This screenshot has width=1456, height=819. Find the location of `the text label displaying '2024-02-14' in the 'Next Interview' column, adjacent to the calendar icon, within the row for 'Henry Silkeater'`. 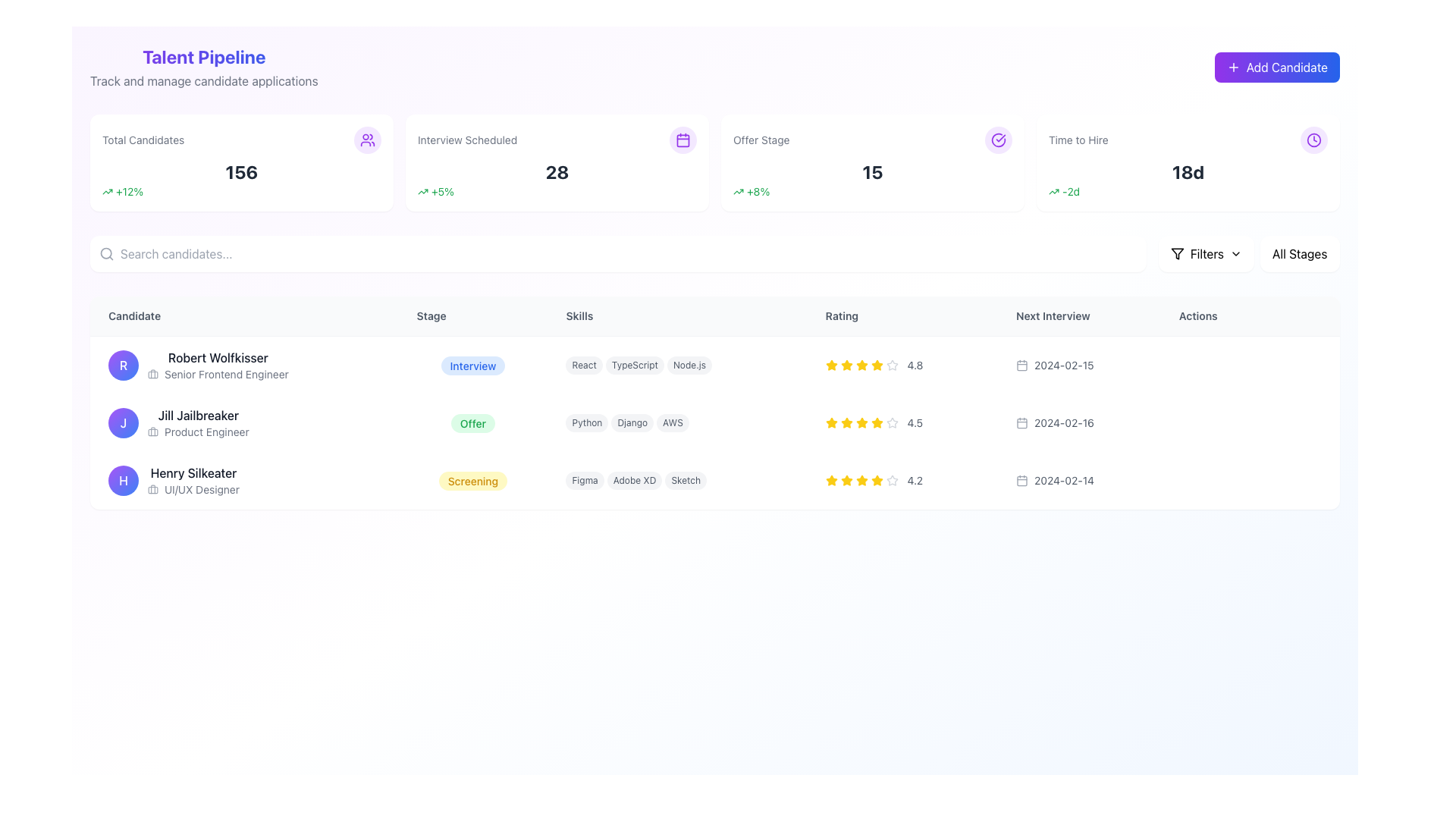

the text label displaying '2024-02-14' in the 'Next Interview' column, adjacent to the calendar icon, within the row for 'Henry Silkeater' is located at coordinates (1063, 480).